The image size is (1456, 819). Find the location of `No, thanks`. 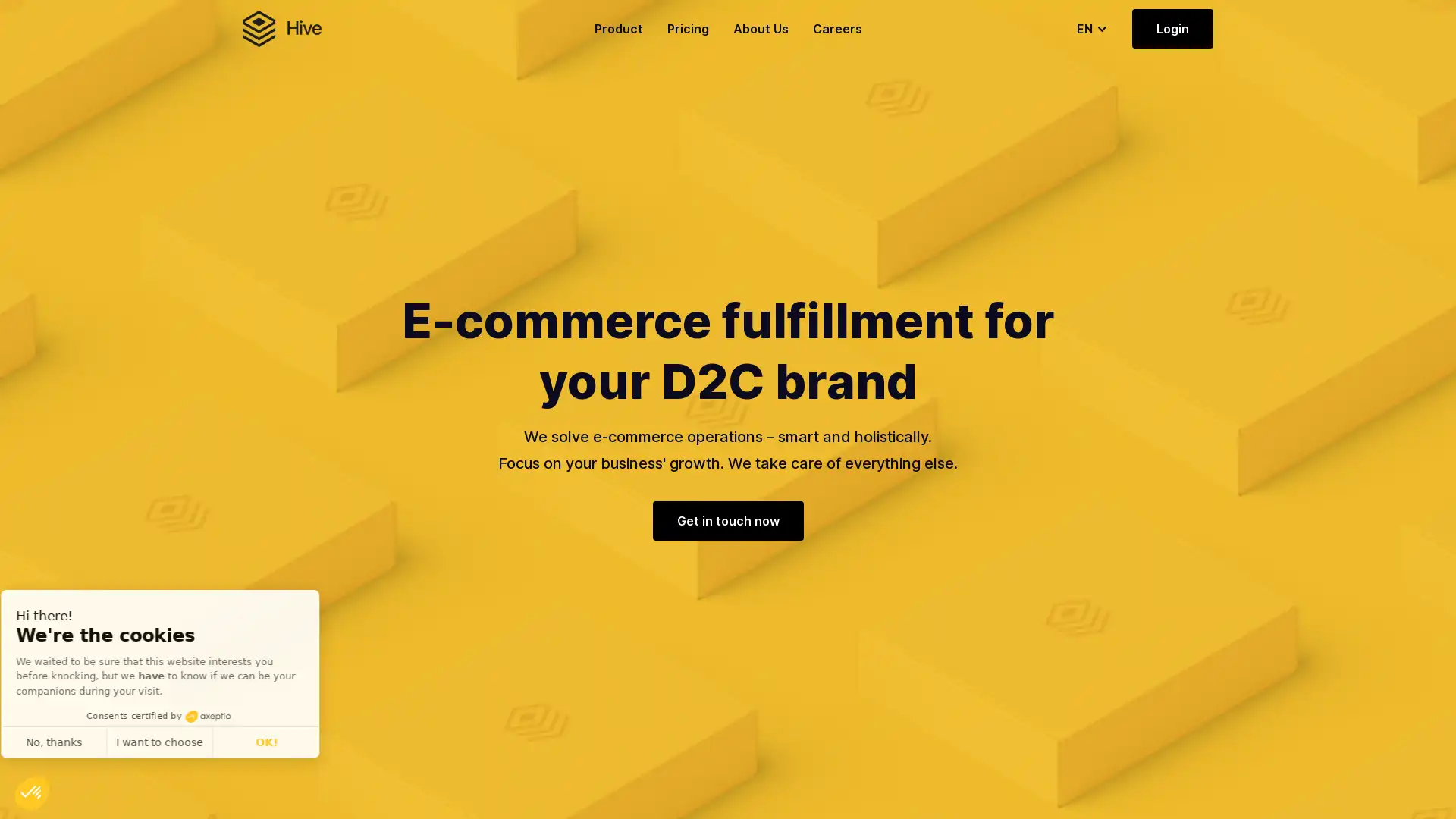

No, thanks is located at coordinates (67, 742).